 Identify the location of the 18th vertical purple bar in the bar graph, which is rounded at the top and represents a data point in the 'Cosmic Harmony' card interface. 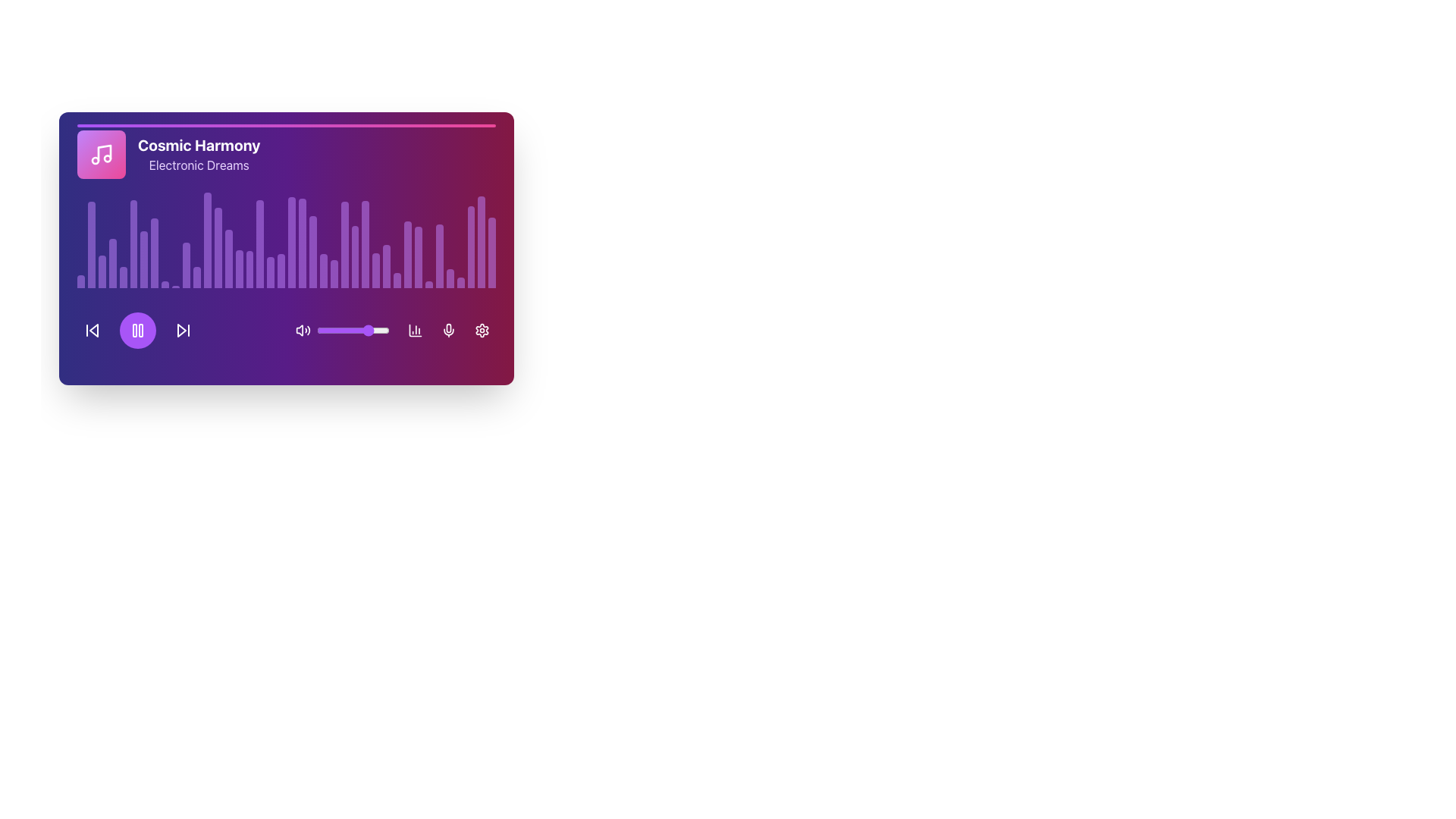
(260, 243).